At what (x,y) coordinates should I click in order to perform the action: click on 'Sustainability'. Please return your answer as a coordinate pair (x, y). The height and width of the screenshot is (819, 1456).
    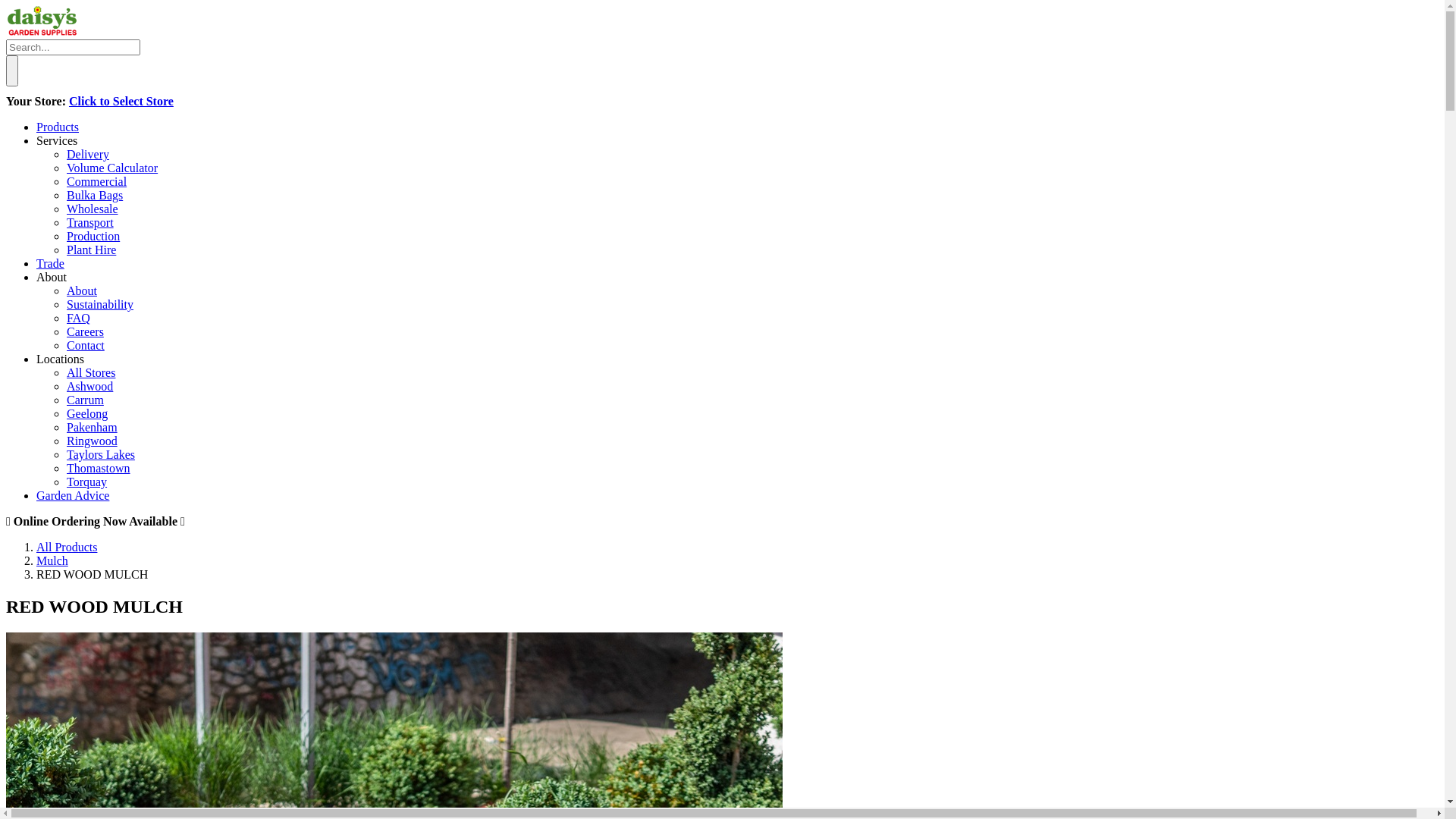
    Looking at the image, I should click on (99, 304).